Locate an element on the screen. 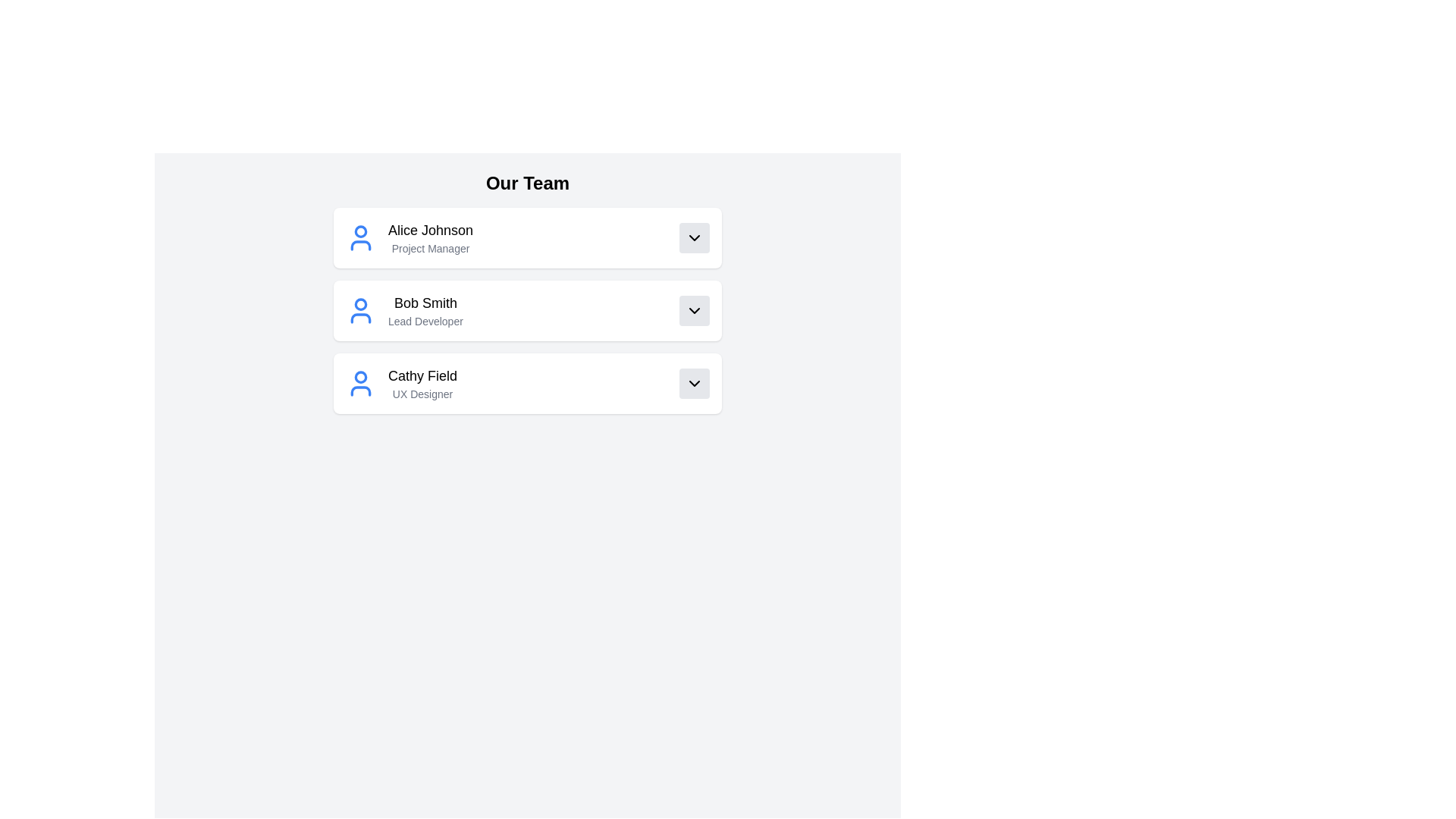 The width and height of the screenshot is (1456, 819). the user icon associated with 'Cathy Field', which is a bright blue circular icon located to the left of the text 'Cathy Field' and 'UX Designer' is located at coordinates (359, 382).